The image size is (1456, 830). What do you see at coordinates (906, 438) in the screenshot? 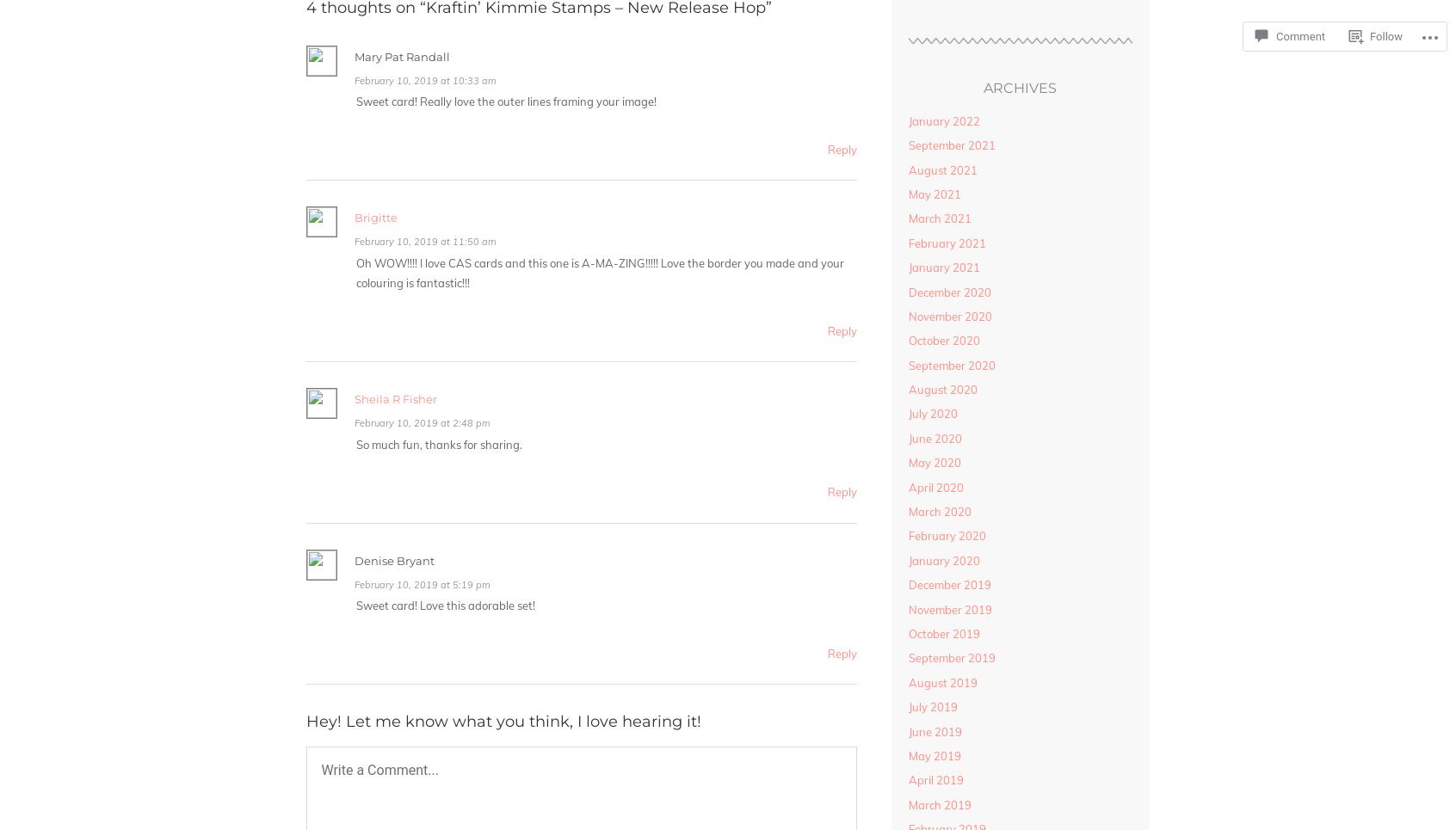
I see `'June 2020'` at bounding box center [906, 438].